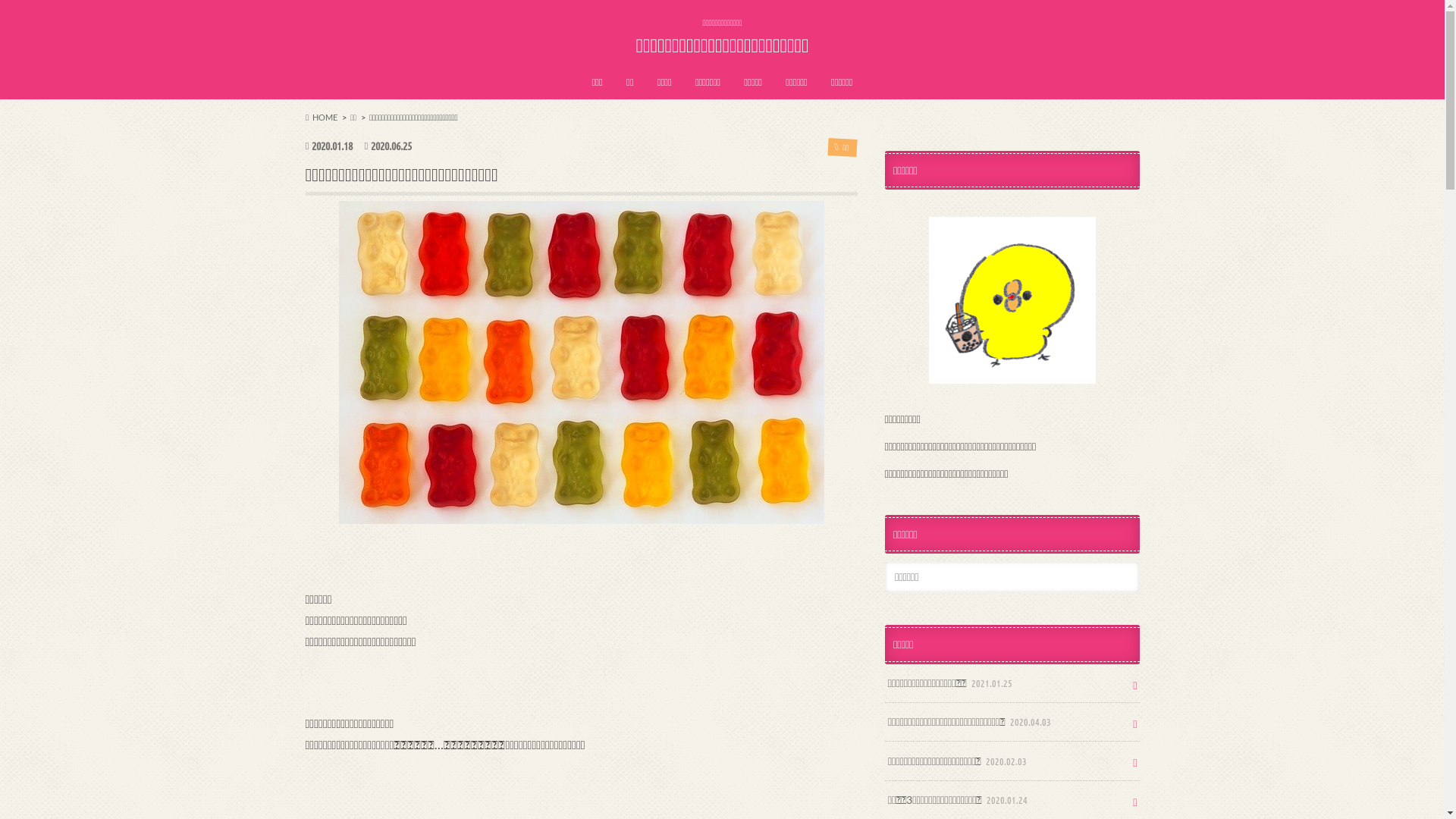  What do you see at coordinates (320, 116) in the screenshot?
I see `'HOME'` at bounding box center [320, 116].